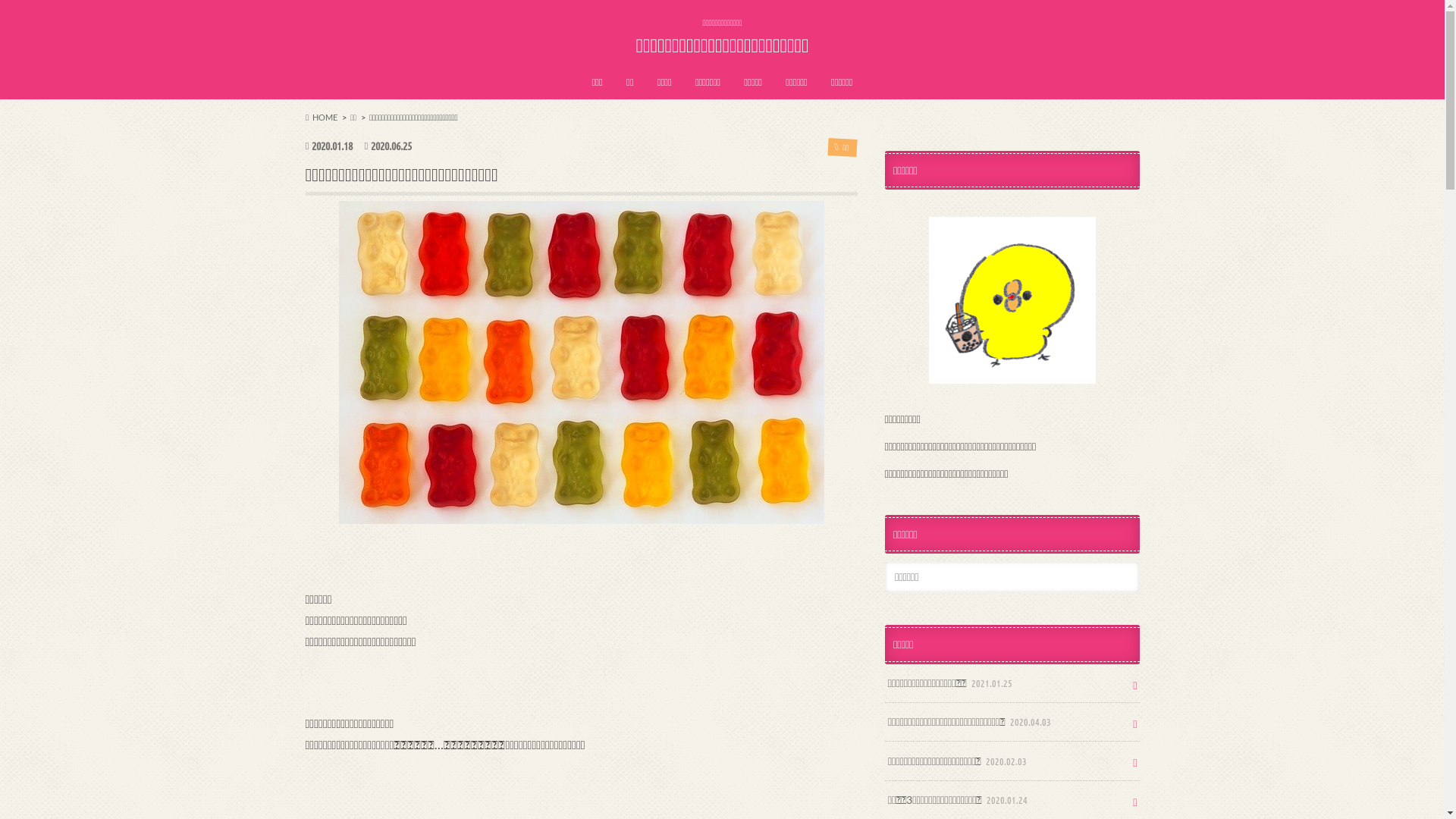  What do you see at coordinates (320, 116) in the screenshot?
I see `'HOME'` at bounding box center [320, 116].